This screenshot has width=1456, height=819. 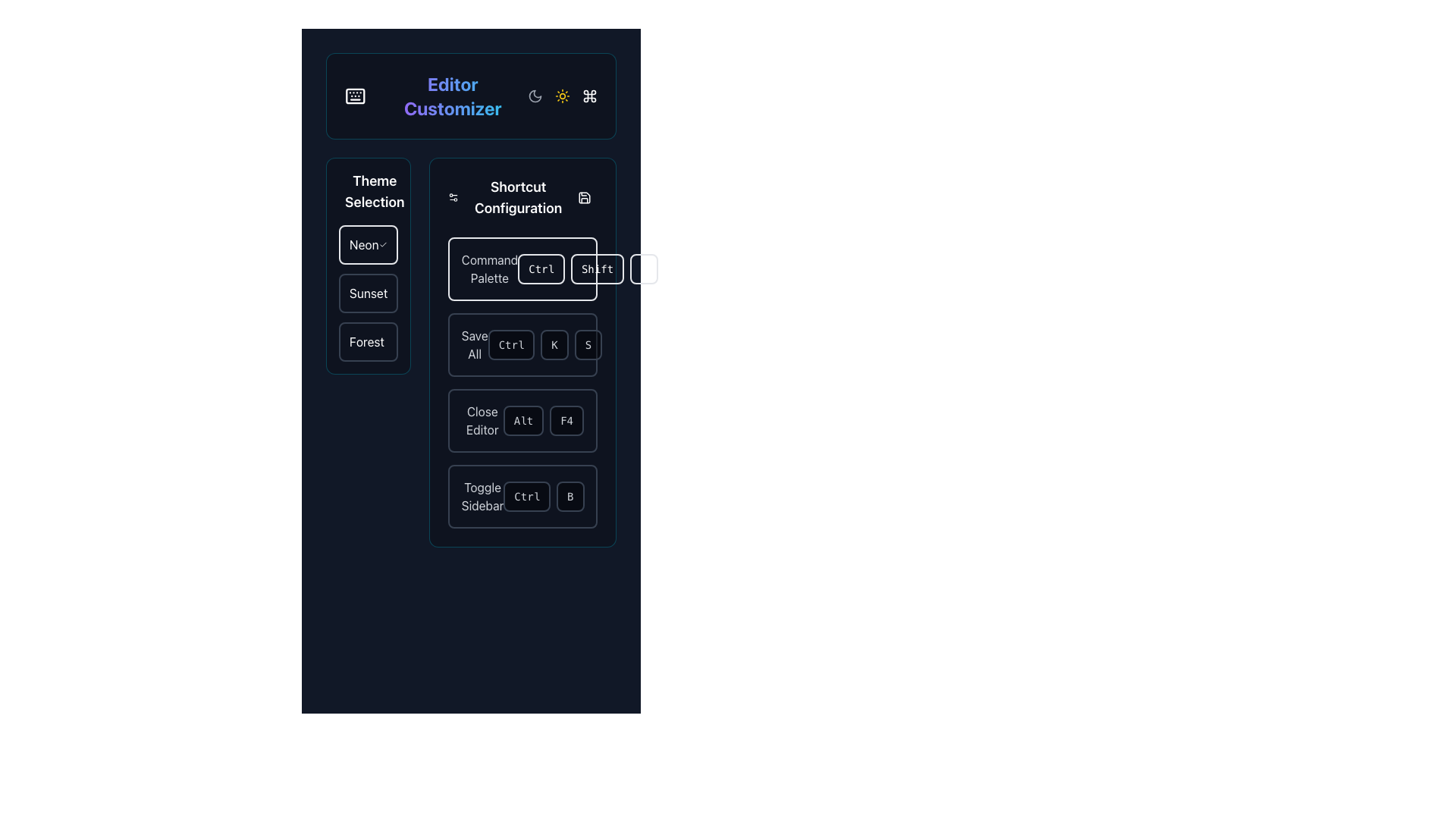 I want to click on the command symbol icon located in the top-right corner of the interface, following the night and day mode icons, so click(x=588, y=96).